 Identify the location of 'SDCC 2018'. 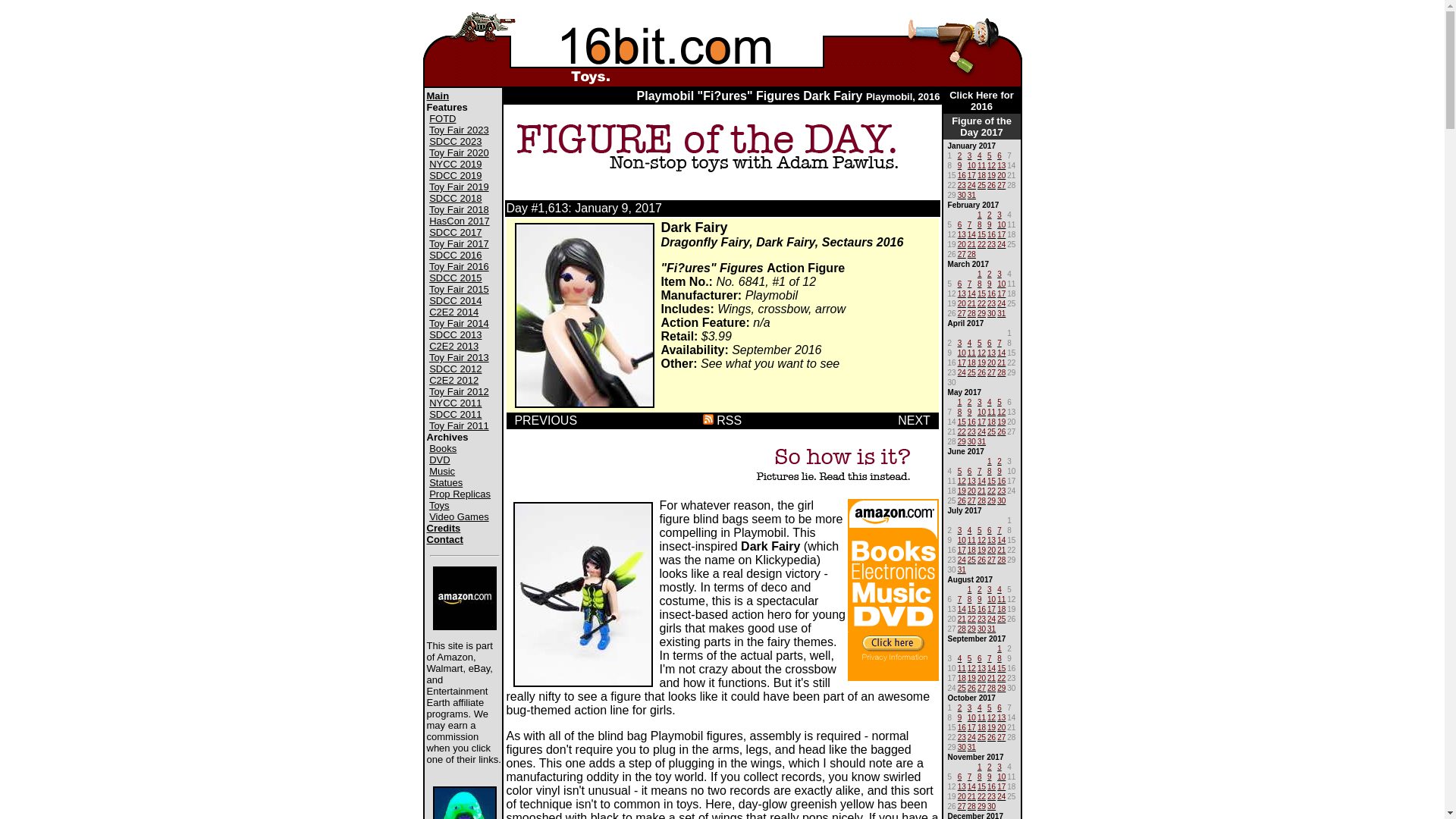
(428, 197).